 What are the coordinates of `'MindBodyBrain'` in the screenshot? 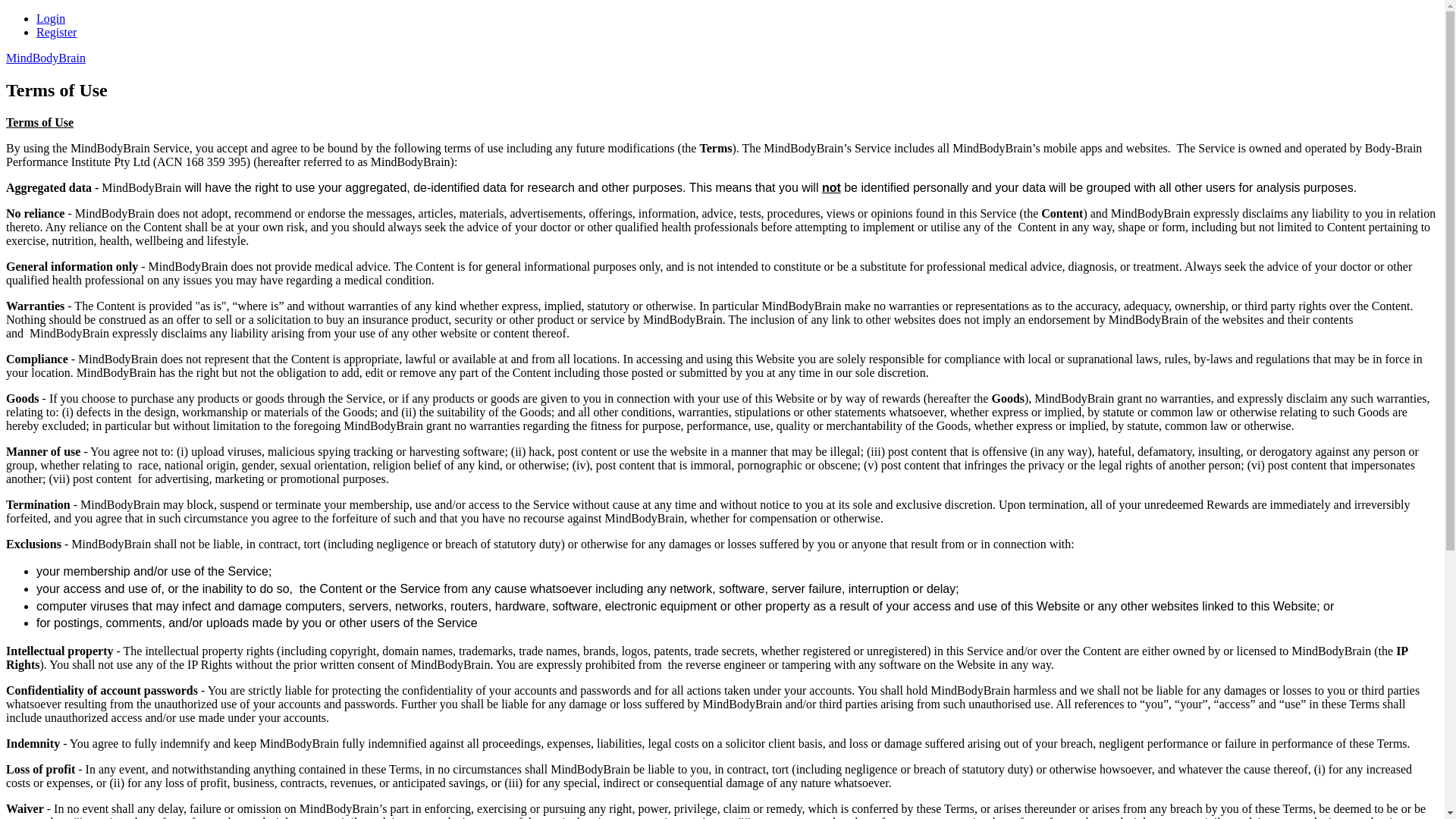 It's located at (45, 57).